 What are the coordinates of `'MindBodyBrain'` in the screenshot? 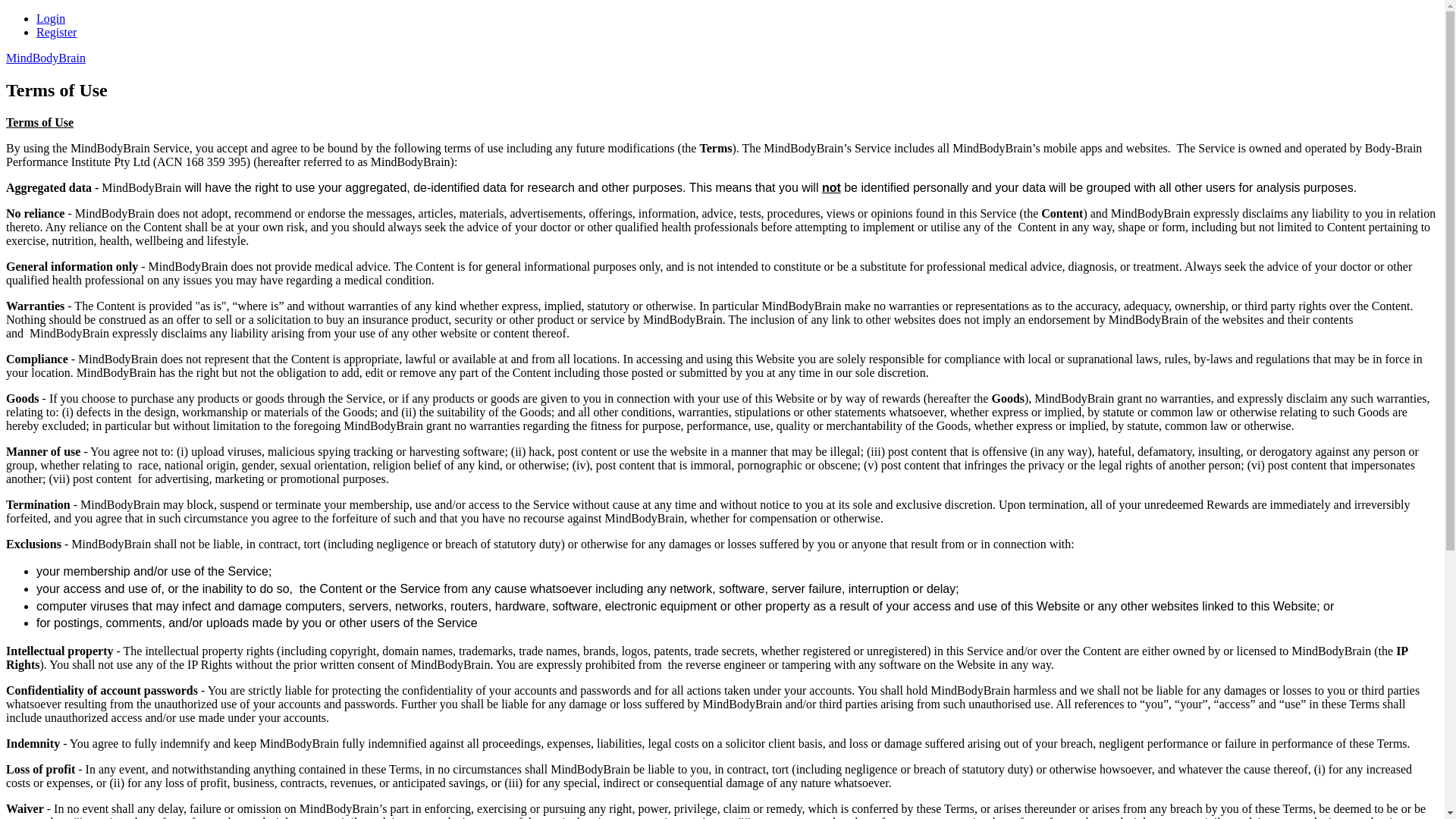 It's located at (45, 57).